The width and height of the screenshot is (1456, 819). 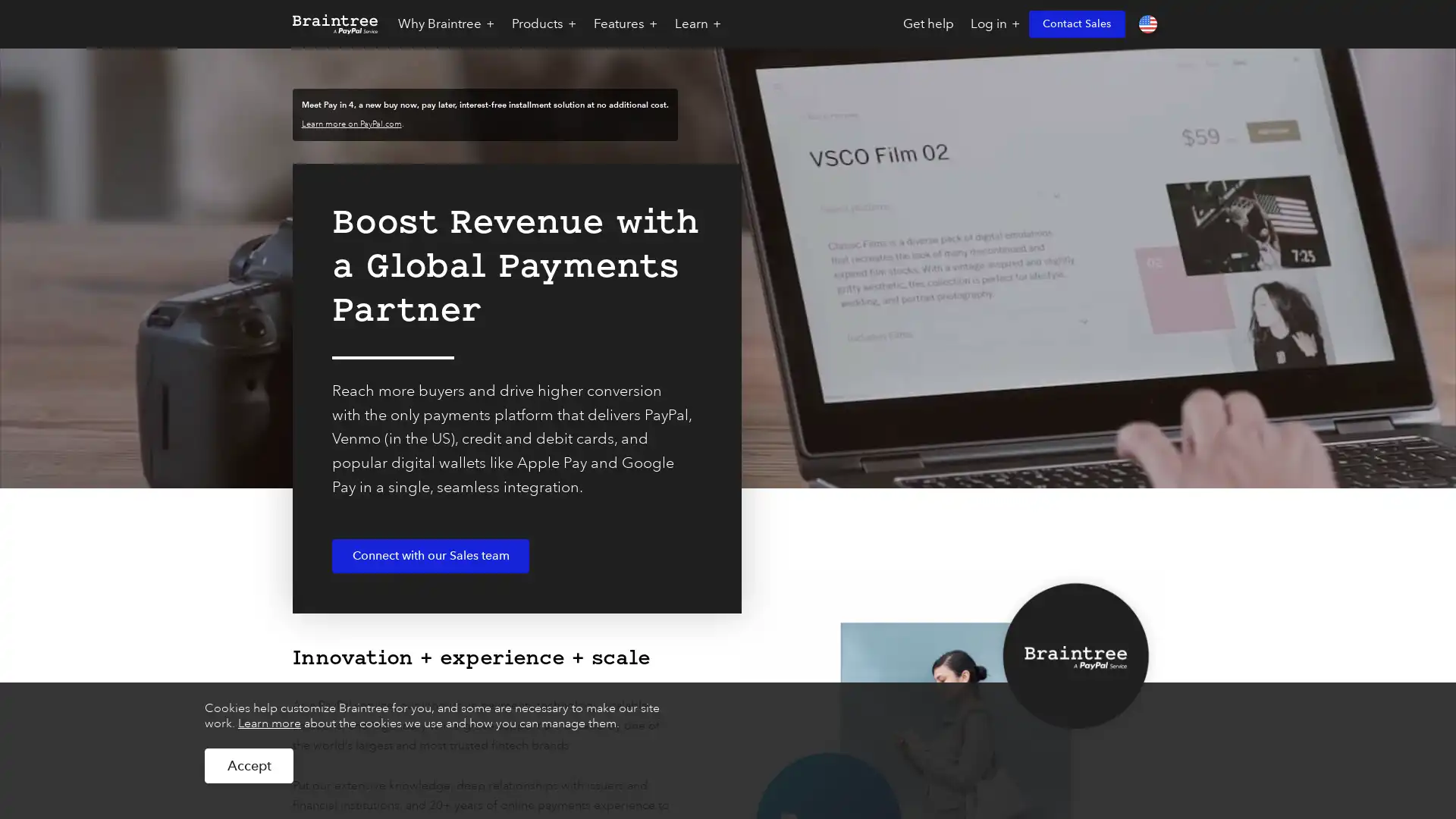 What do you see at coordinates (1419, 610) in the screenshot?
I see `show more media controls` at bounding box center [1419, 610].